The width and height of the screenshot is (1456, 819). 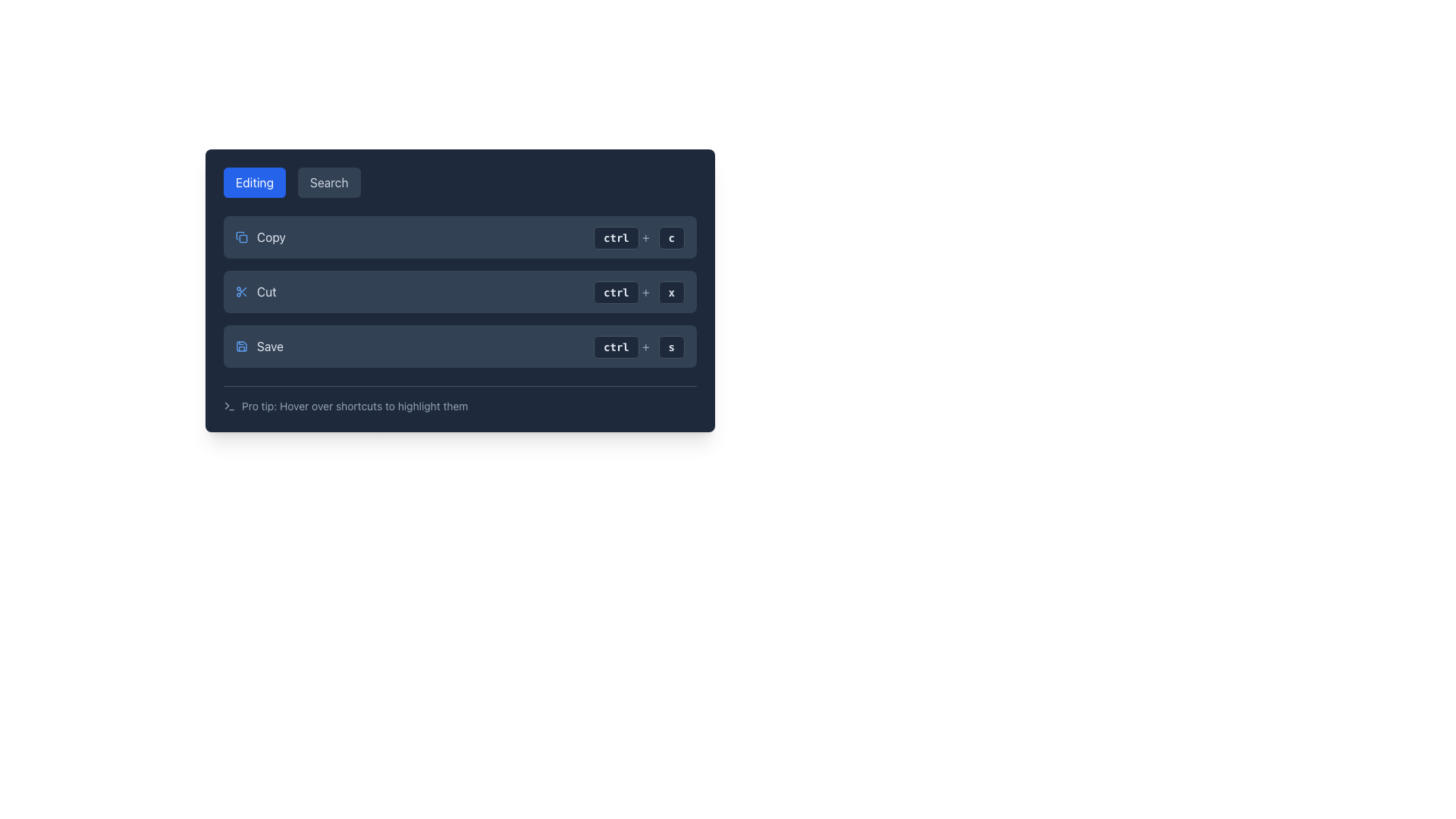 What do you see at coordinates (260, 237) in the screenshot?
I see `the 'Copy' text label with an icon, which is the first element in a vertical list featuring a light blue 'Copy' text and a blue icon of overlapping squares on a dark background` at bounding box center [260, 237].